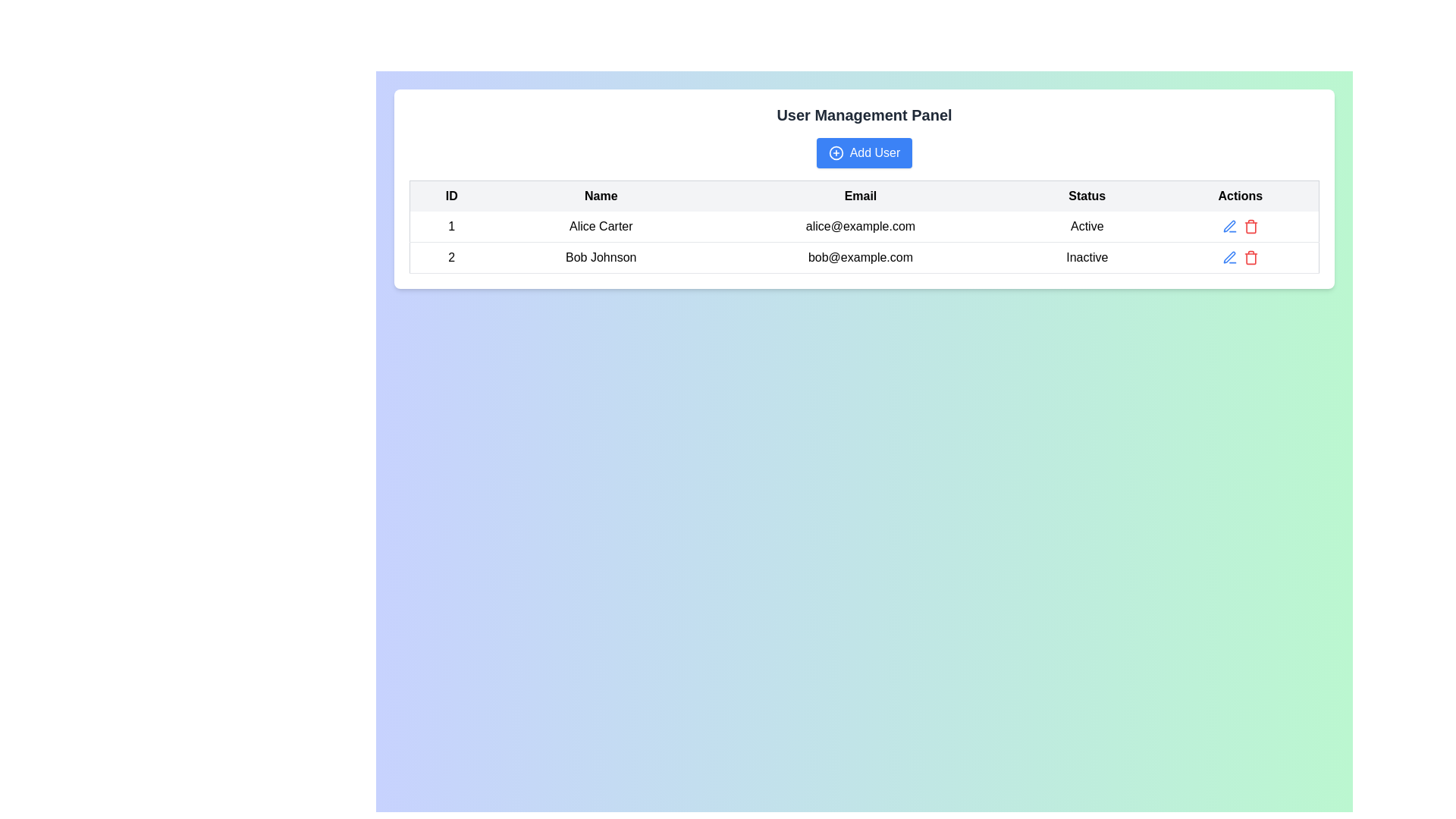  Describe the element at coordinates (450, 256) in the screenshot. I see `the text display that shows the user identifier in the user management table, which is located in the first cell of the second row under the 'ID' column, directly above 'Bob Johnson' in the 'Name' column` at that location.